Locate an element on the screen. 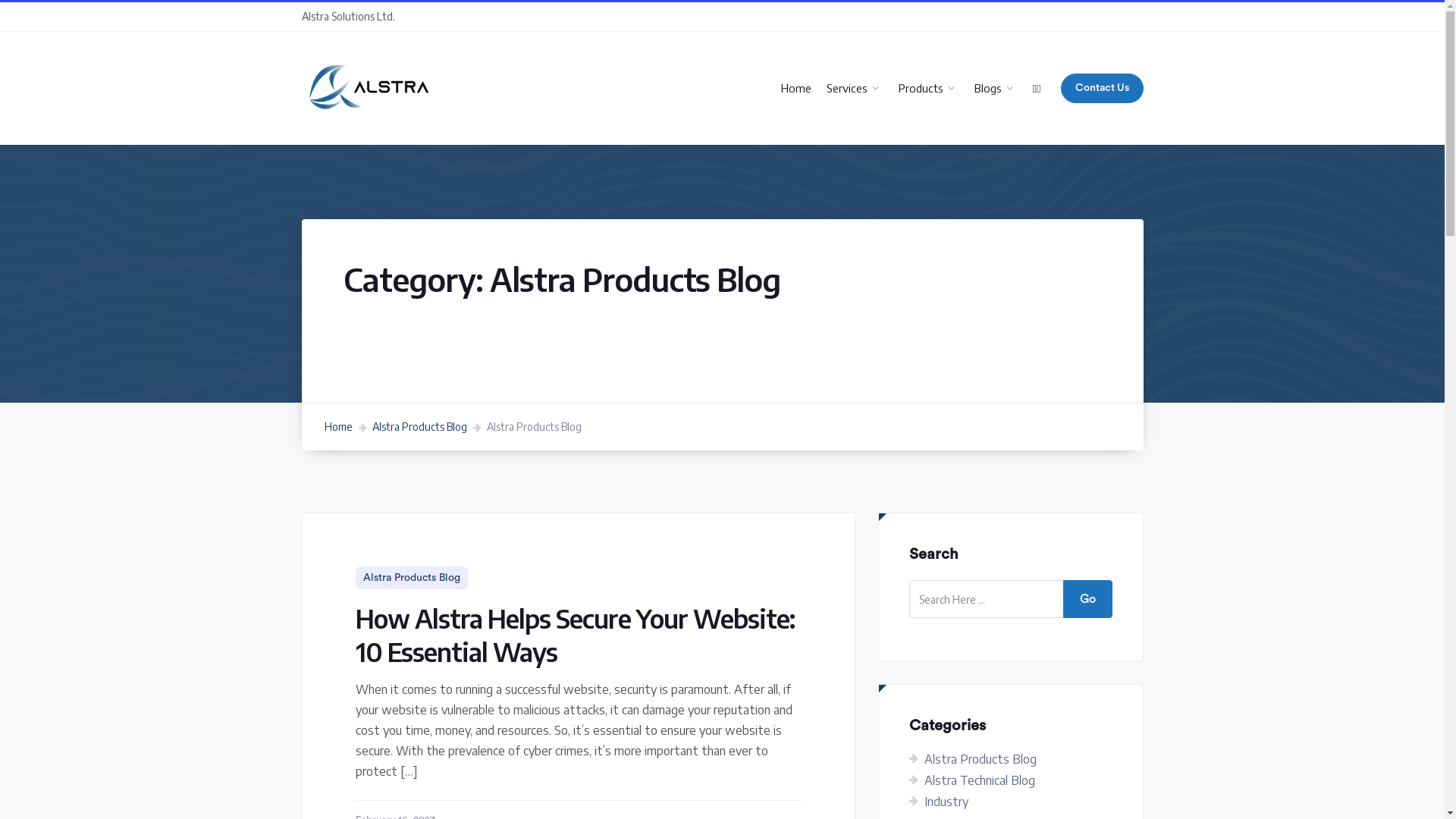 The image size is (1456, 819). 'How Alstra Helps Secure Your Website: 10 Essential Ways' is located at coordinates (573, 635).